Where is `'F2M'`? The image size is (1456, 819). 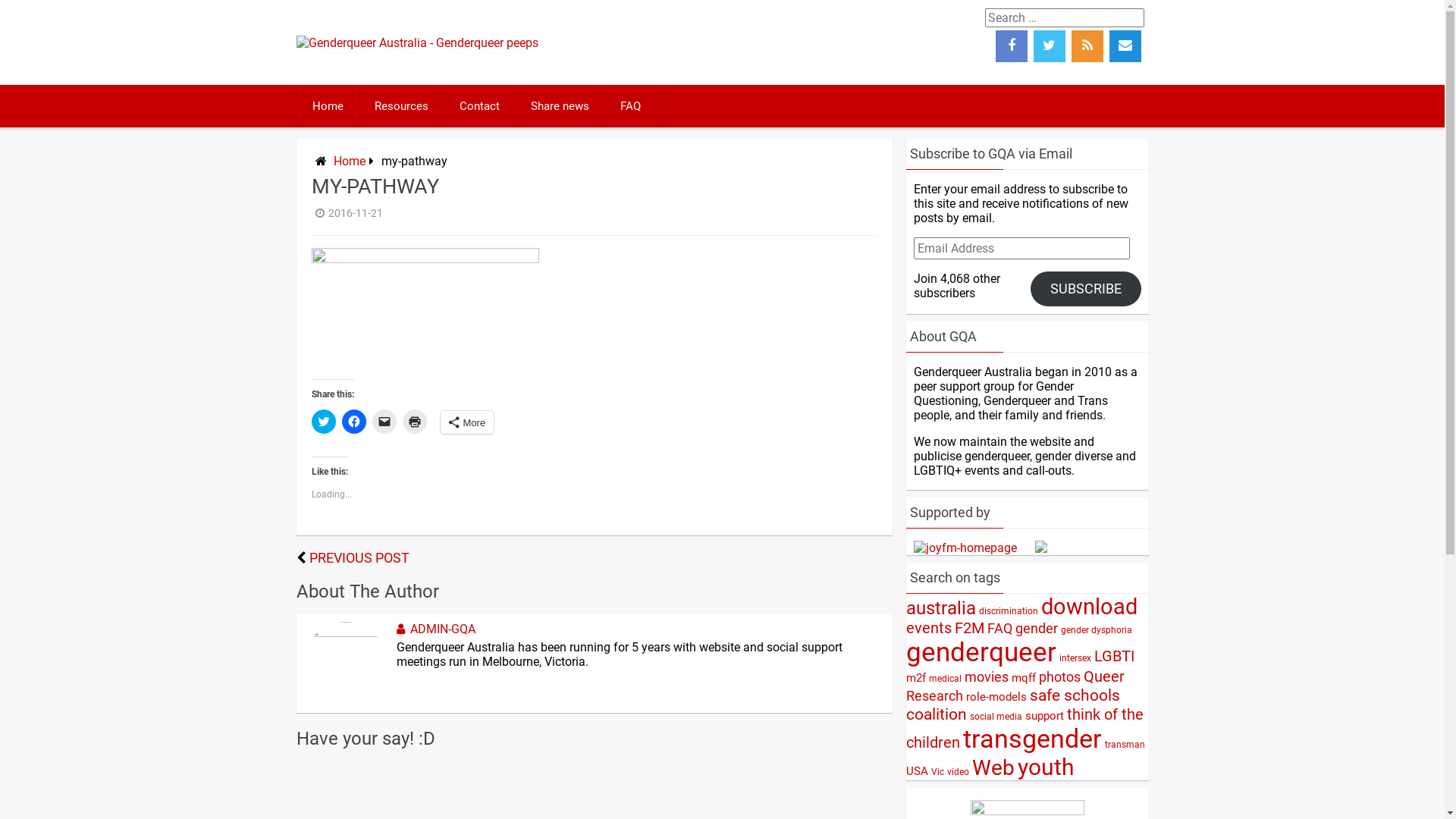 'F2M' is located at coordinates (968, 628).